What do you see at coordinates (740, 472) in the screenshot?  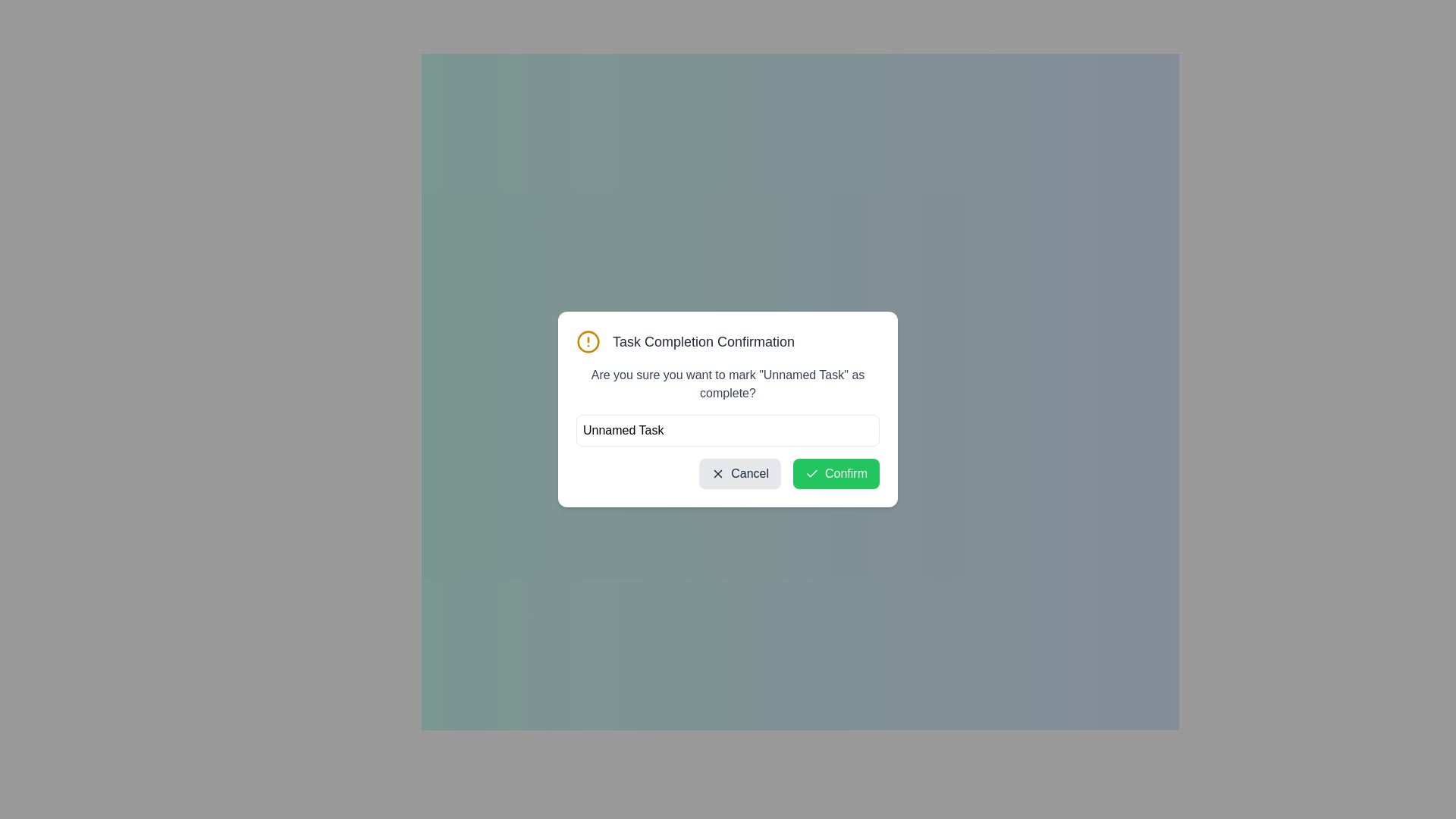 I see `the 'Cancel' button with a light gray background and rounded corners in the footer section of the modal dialog` at bounding box center [740, 472].